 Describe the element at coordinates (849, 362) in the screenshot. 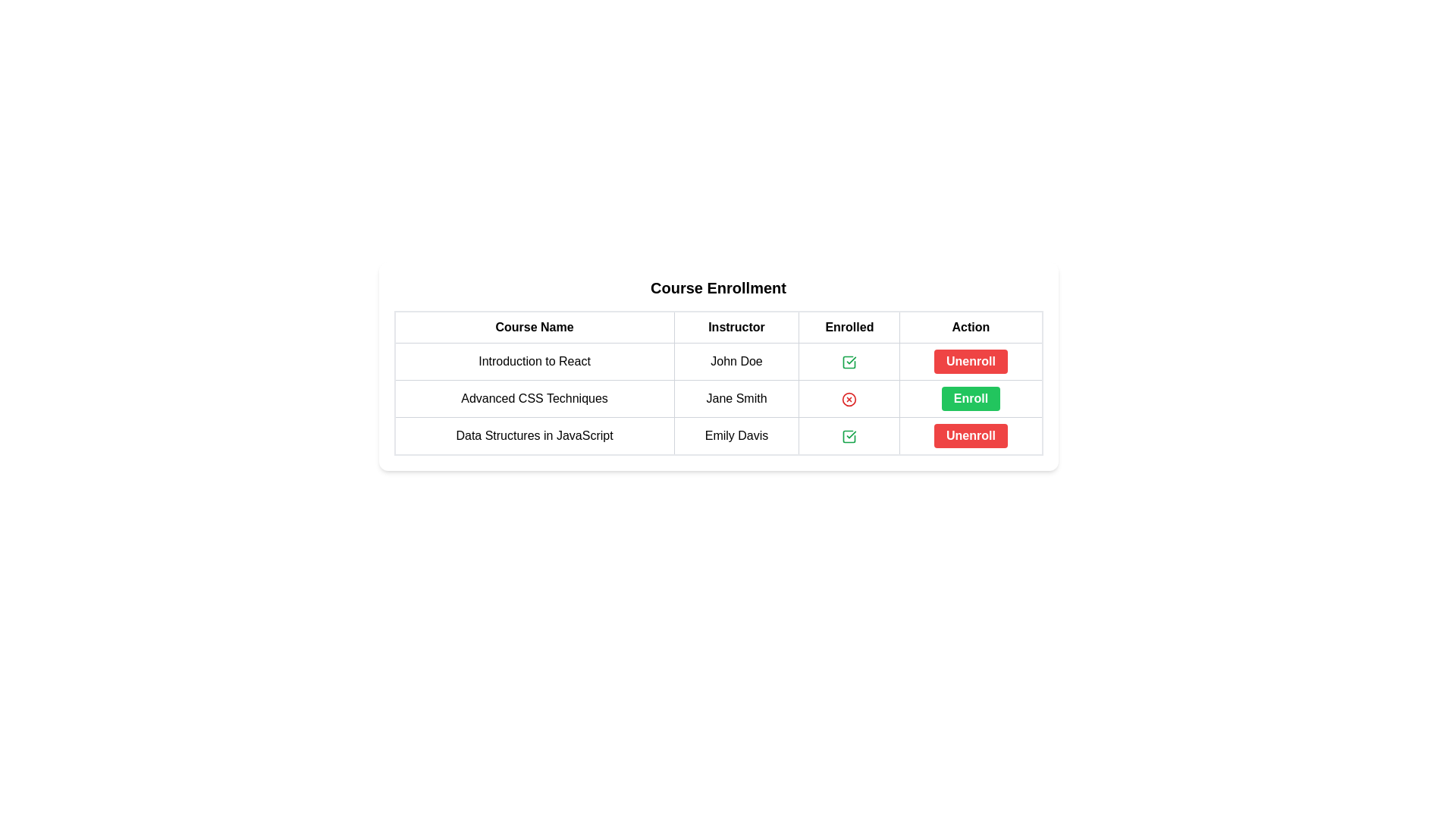

I see `the checkbox-like visual indicator represented by a green square with a checkmark, located under the 'Enrolled' header in the first row of the table, aligned with 'Introduction to React' and 'John Doe'` at that location.